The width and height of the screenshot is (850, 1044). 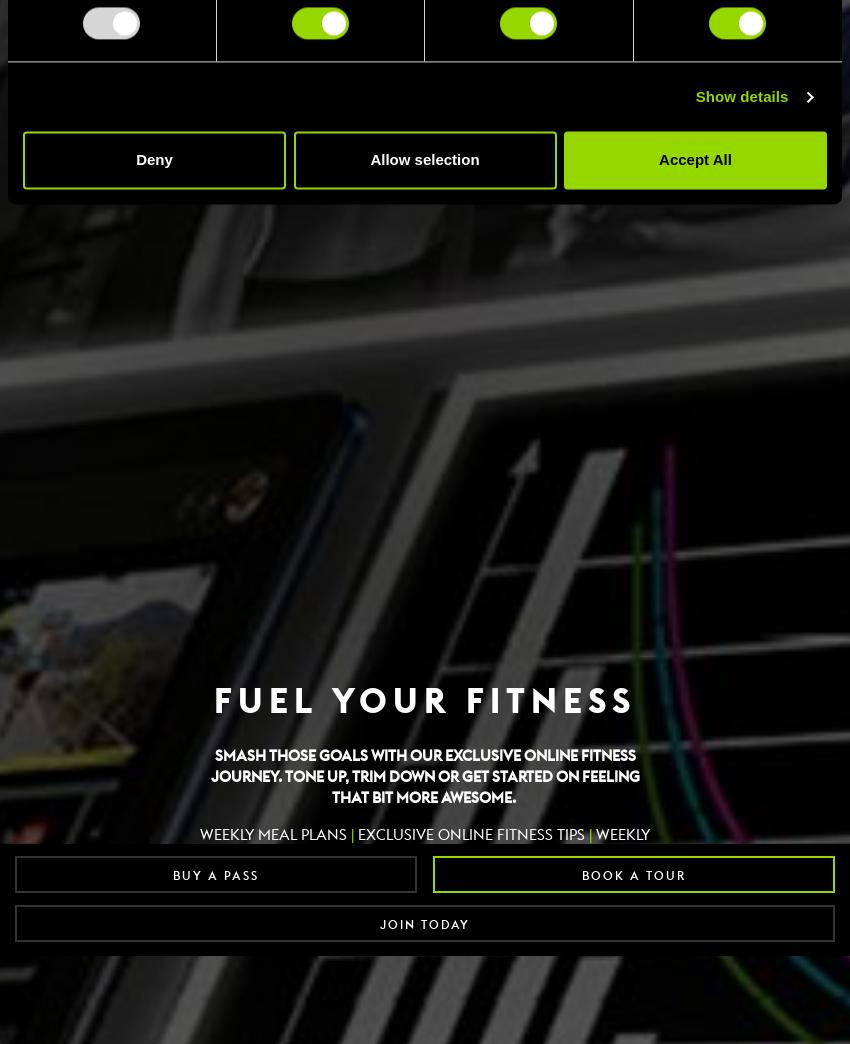 What do you see at coordinates (154, 158) in the screenshot?
I see `'Deny'` at bounding box center [154, 158].